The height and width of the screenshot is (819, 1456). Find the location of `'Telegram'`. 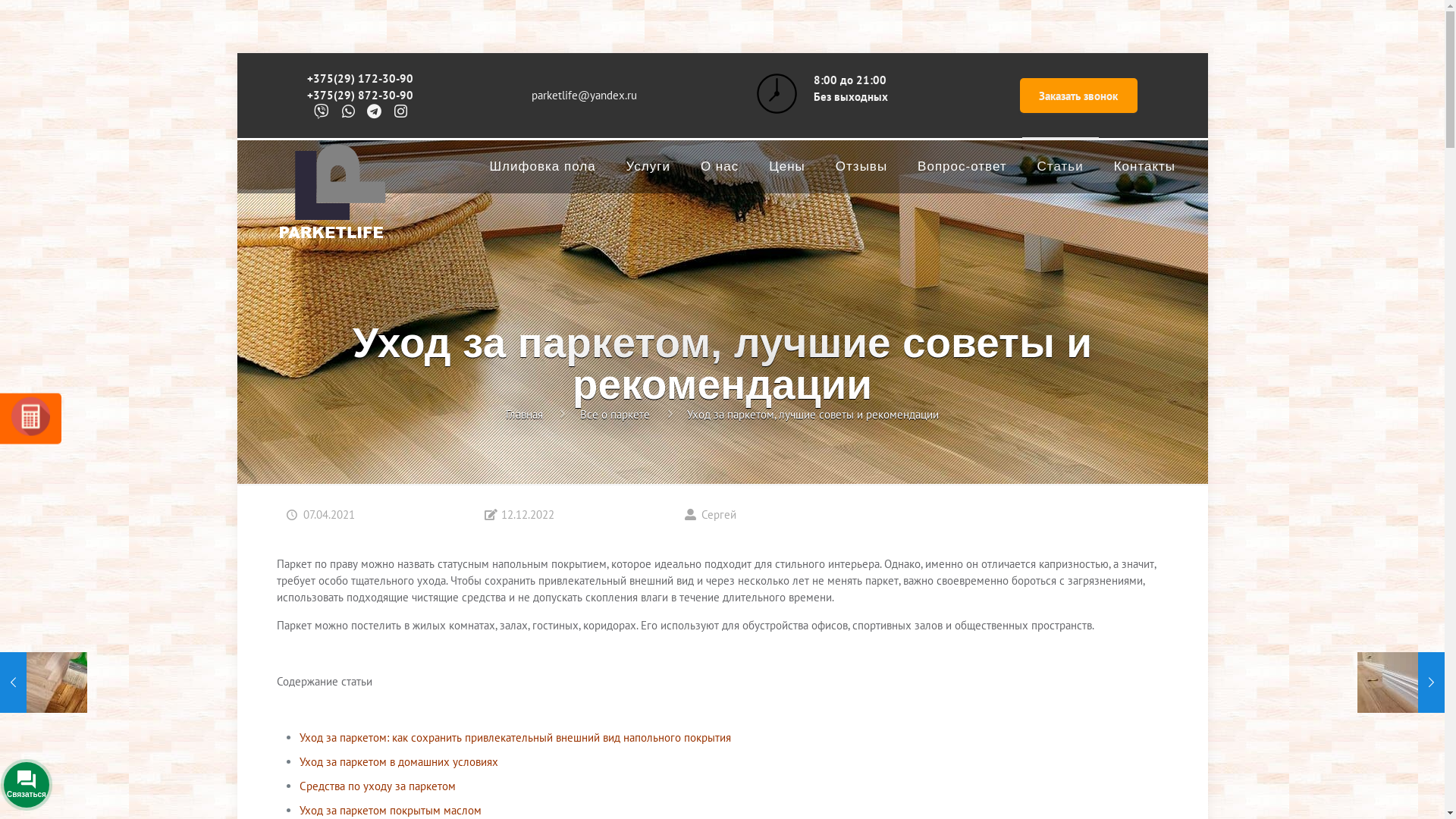

'Telegram' is located at coordinates (140, 781).